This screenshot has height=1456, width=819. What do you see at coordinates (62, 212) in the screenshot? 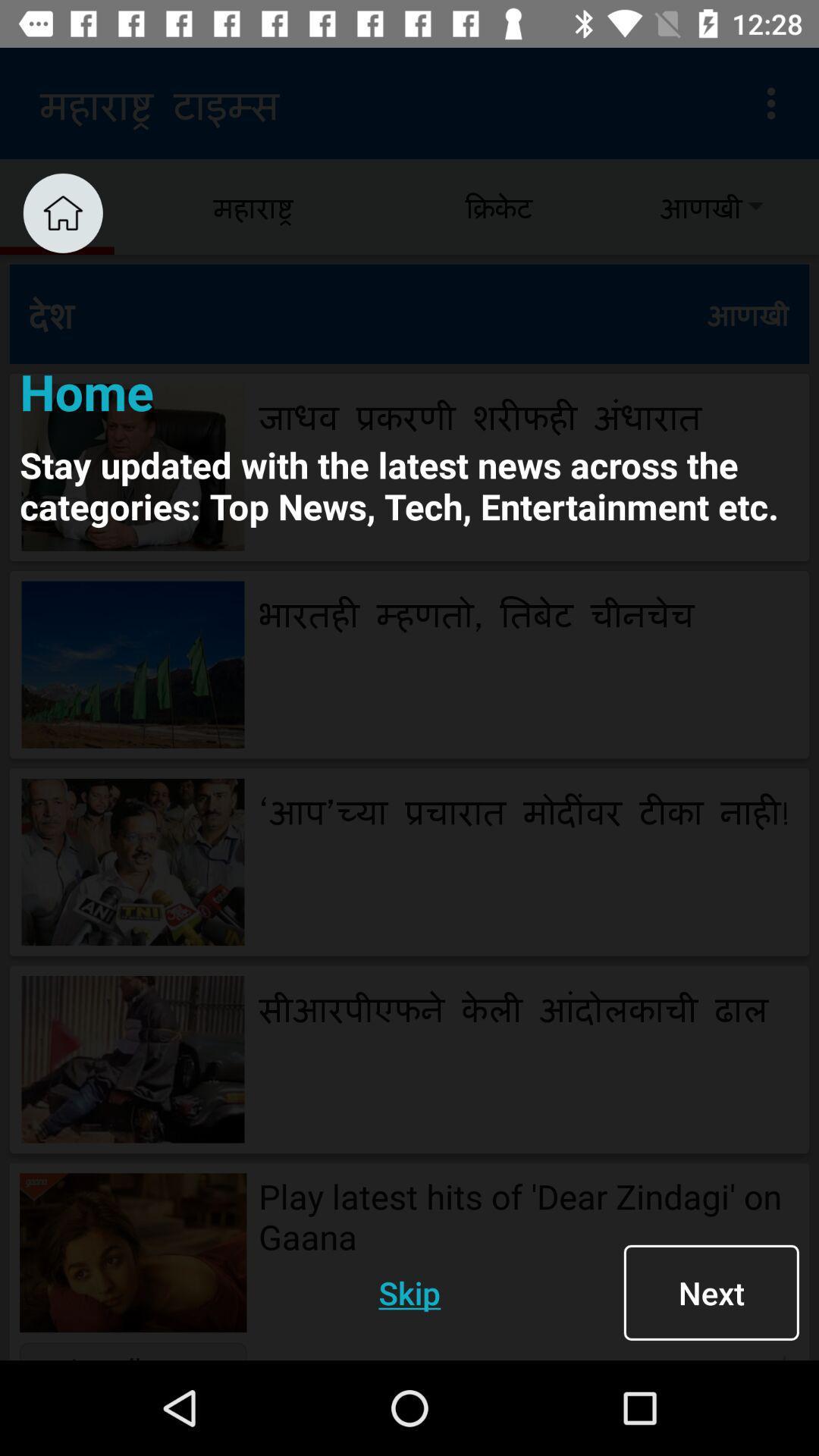
I see `going to home` at bounding box center [62, 212].